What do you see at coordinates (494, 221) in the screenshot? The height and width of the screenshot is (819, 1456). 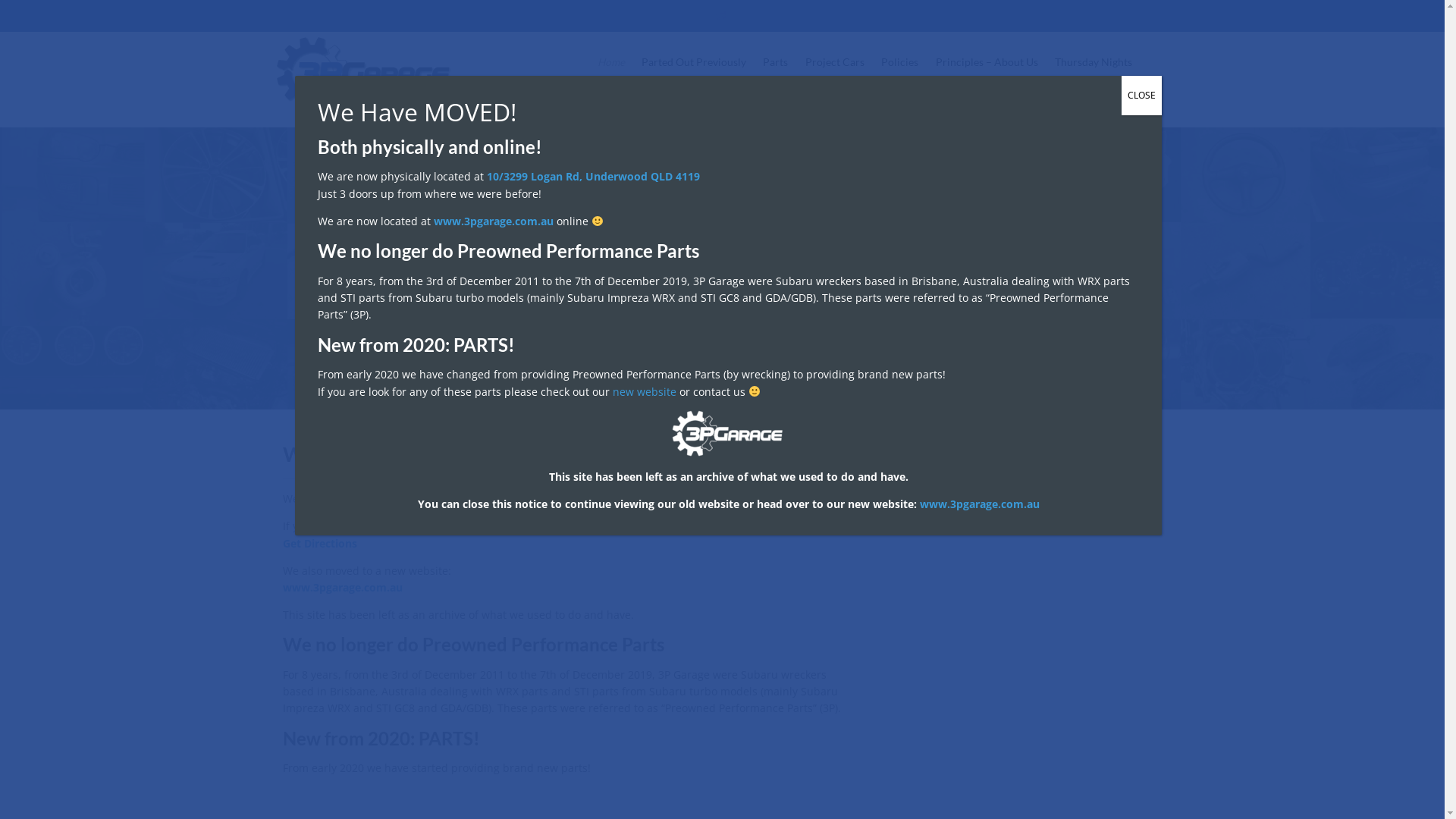 I see `'www.3pgarage.com.au'` at bounding box center [494, 221].